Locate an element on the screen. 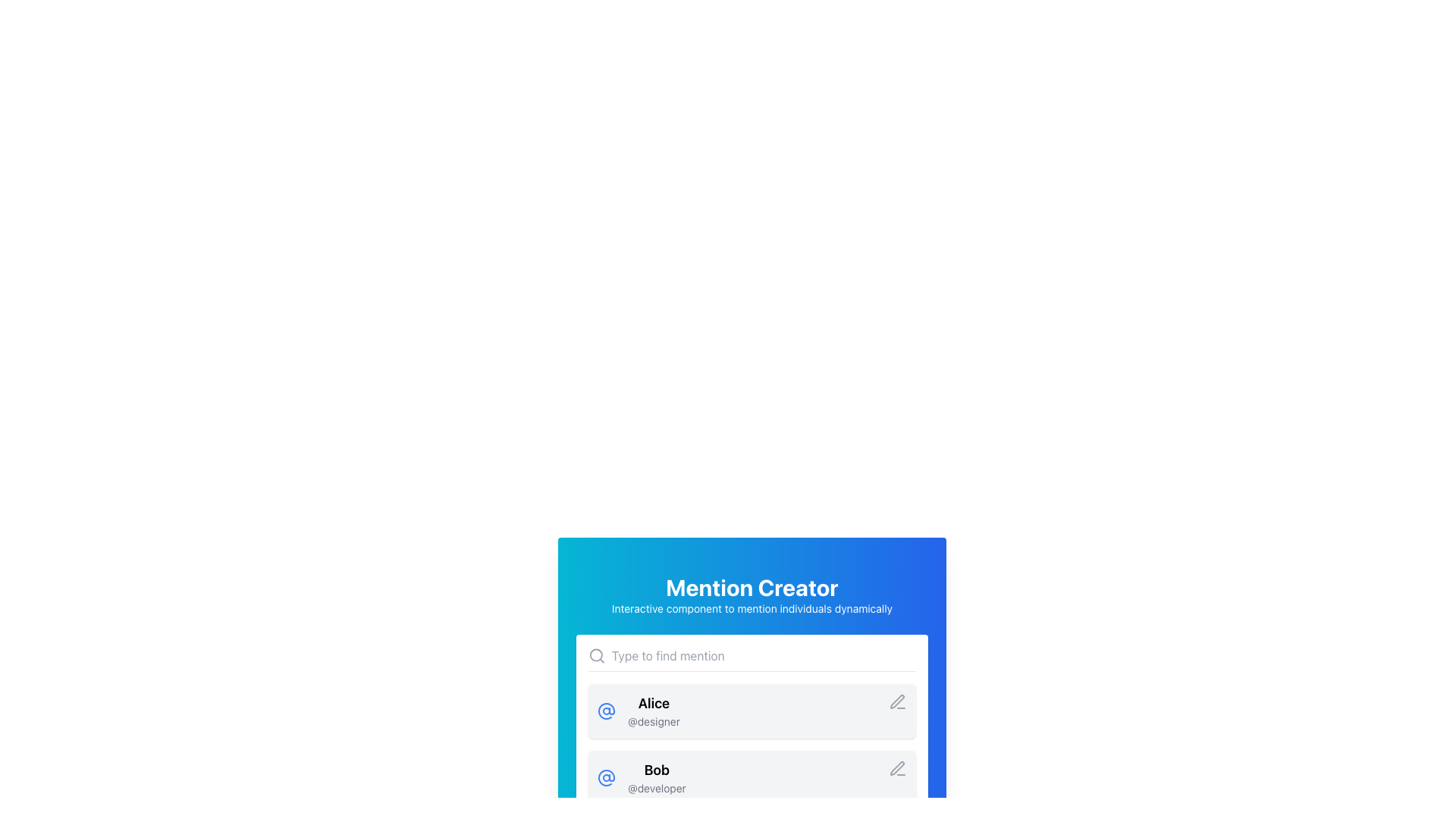 The height and width of the screenshot is (819, 1456). header text located at the top center of the card-like interface, which indicates the primary purpose or title of the current content is located at coordinates (752, 587).